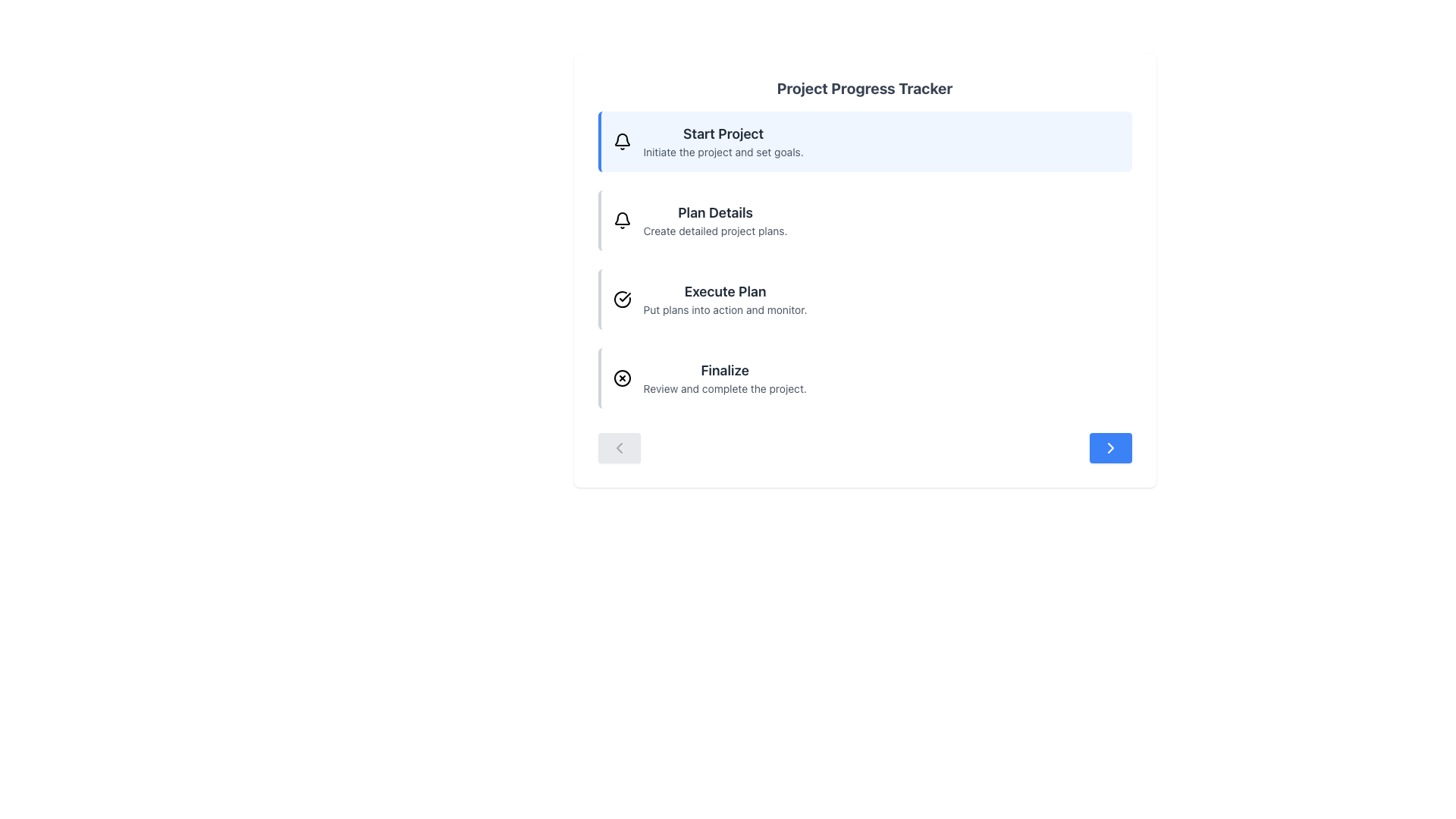 This screenshot has width=1456, height=819. What do you see at coordinates (723, 141) in the screenshot?
I see `the first informational card in the 'Project Progress Tracker' section, which introduces the initiation phase of the project workflow` at bounding box center [723, 141].